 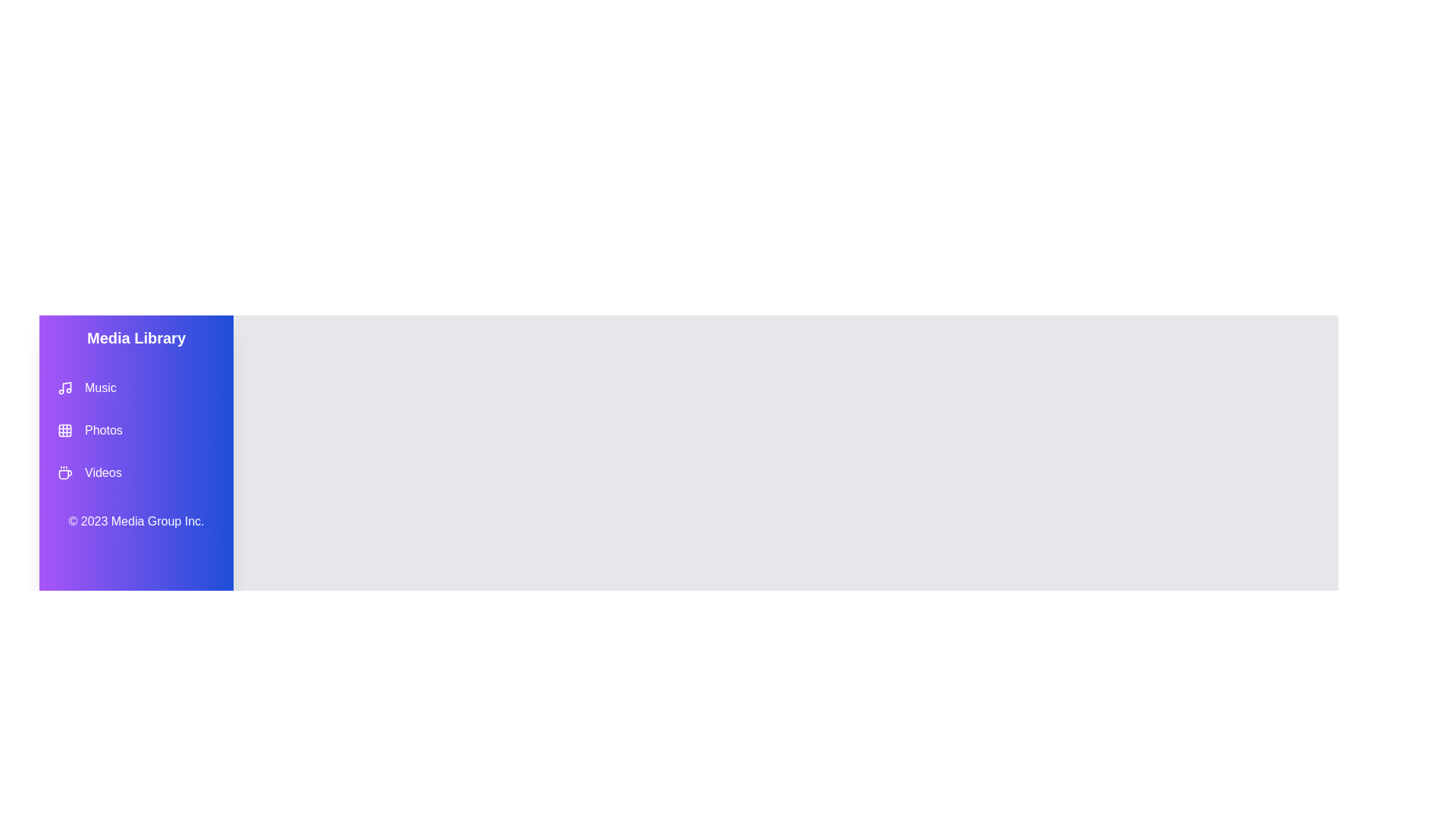 I want to click on the Photos category to navigate to it, so click(x=136, y=430).